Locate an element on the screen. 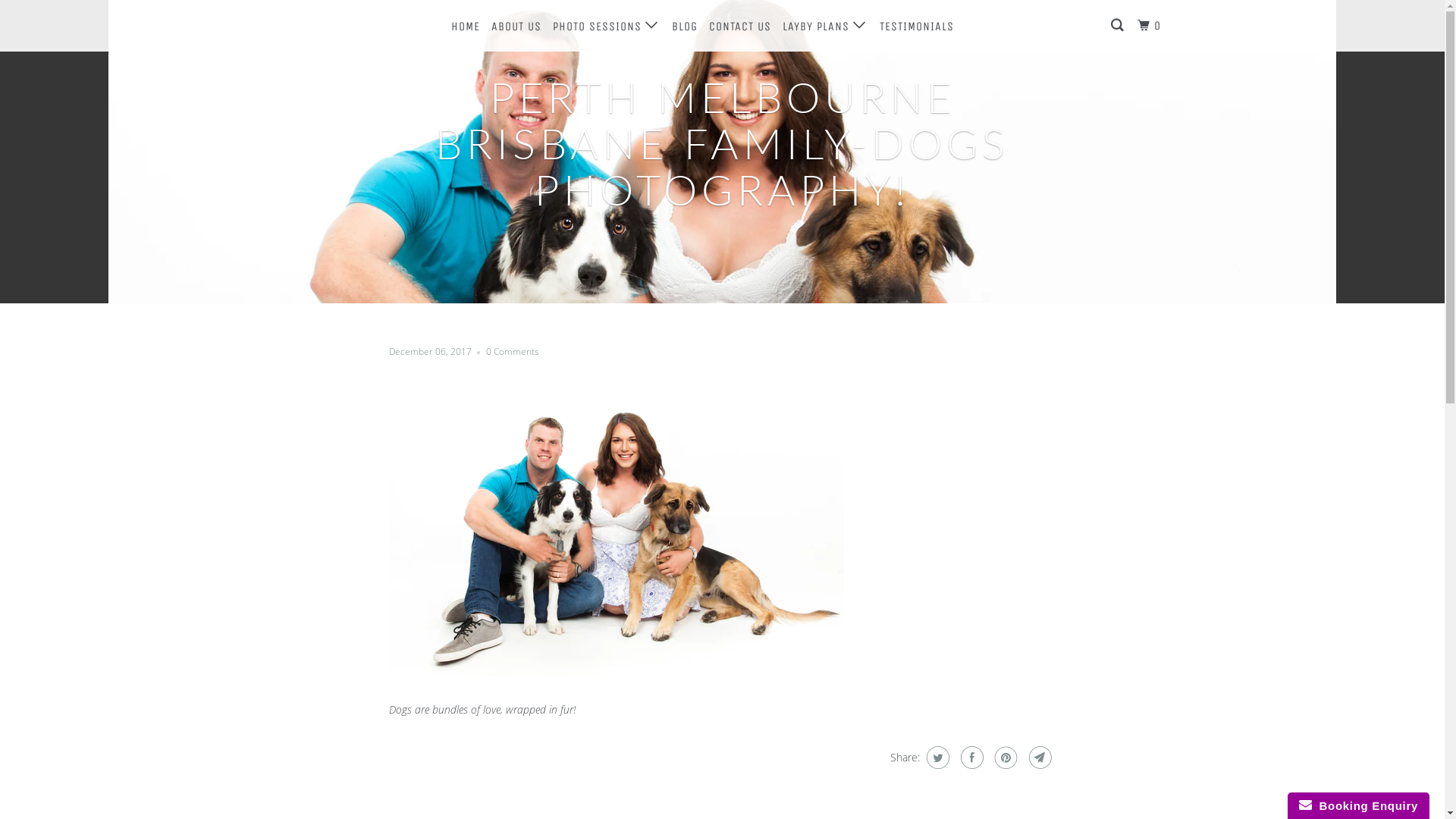 This screenshot has width=1456, height=819. 'PHOTO SESSIONS' is located at coordinates (604, 26).